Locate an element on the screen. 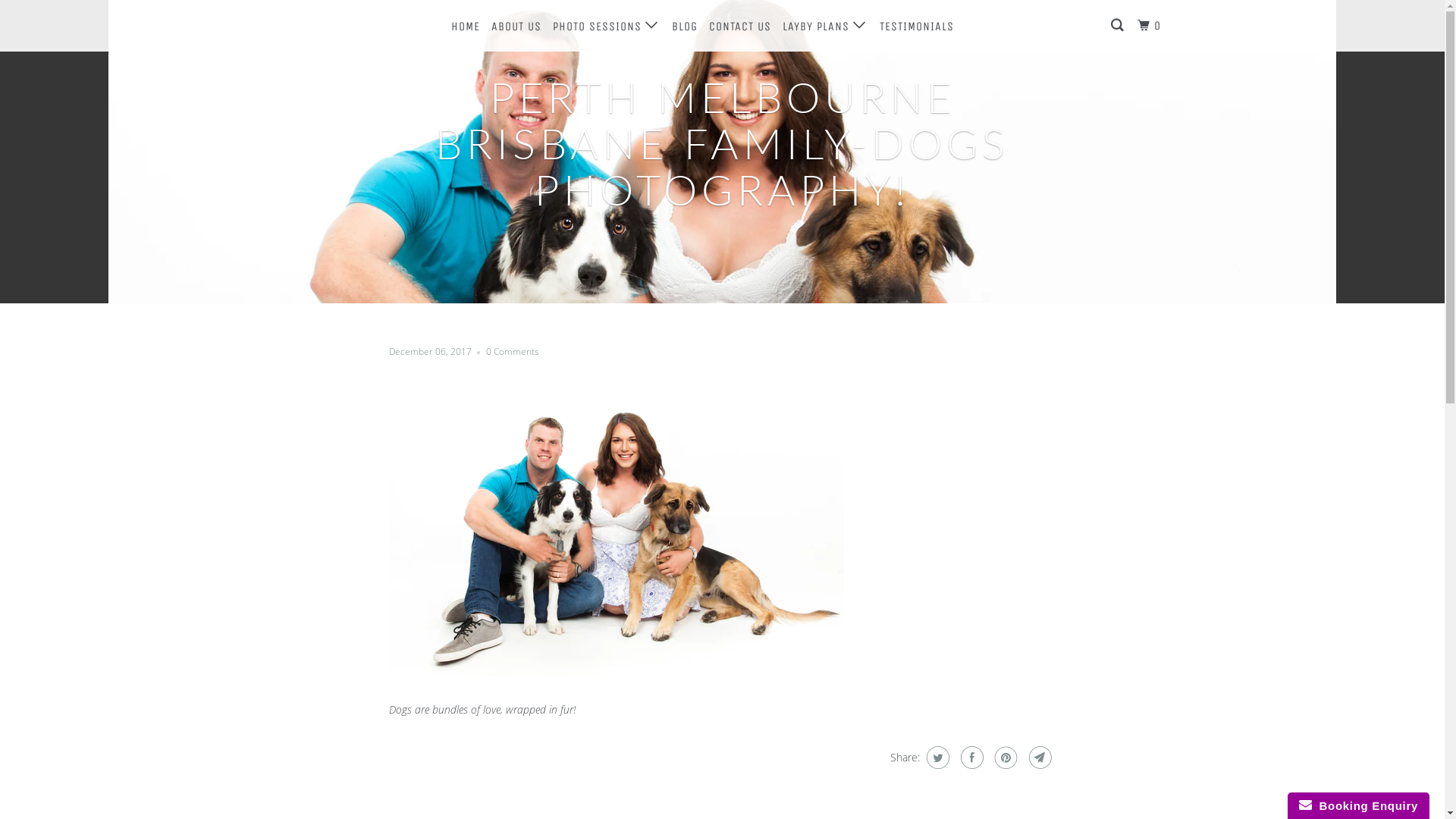 This screenshot has width=1456, height=819. 'PHOTO SESSIONS' is located at coordinates (604, 26).